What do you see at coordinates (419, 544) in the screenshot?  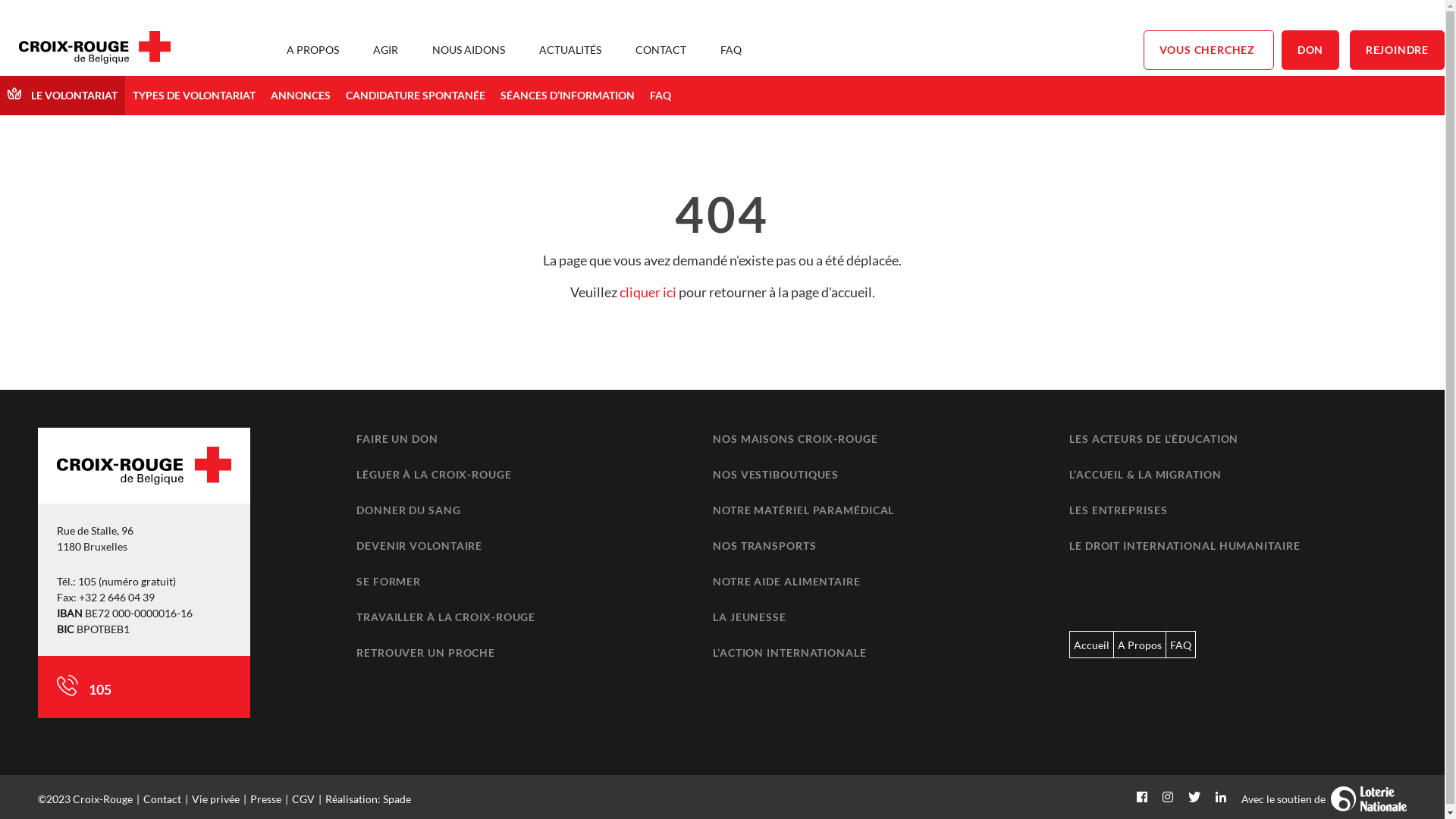 I see `'DEVENIR VOLONTAIRE'` at bounding box center [419, 544].